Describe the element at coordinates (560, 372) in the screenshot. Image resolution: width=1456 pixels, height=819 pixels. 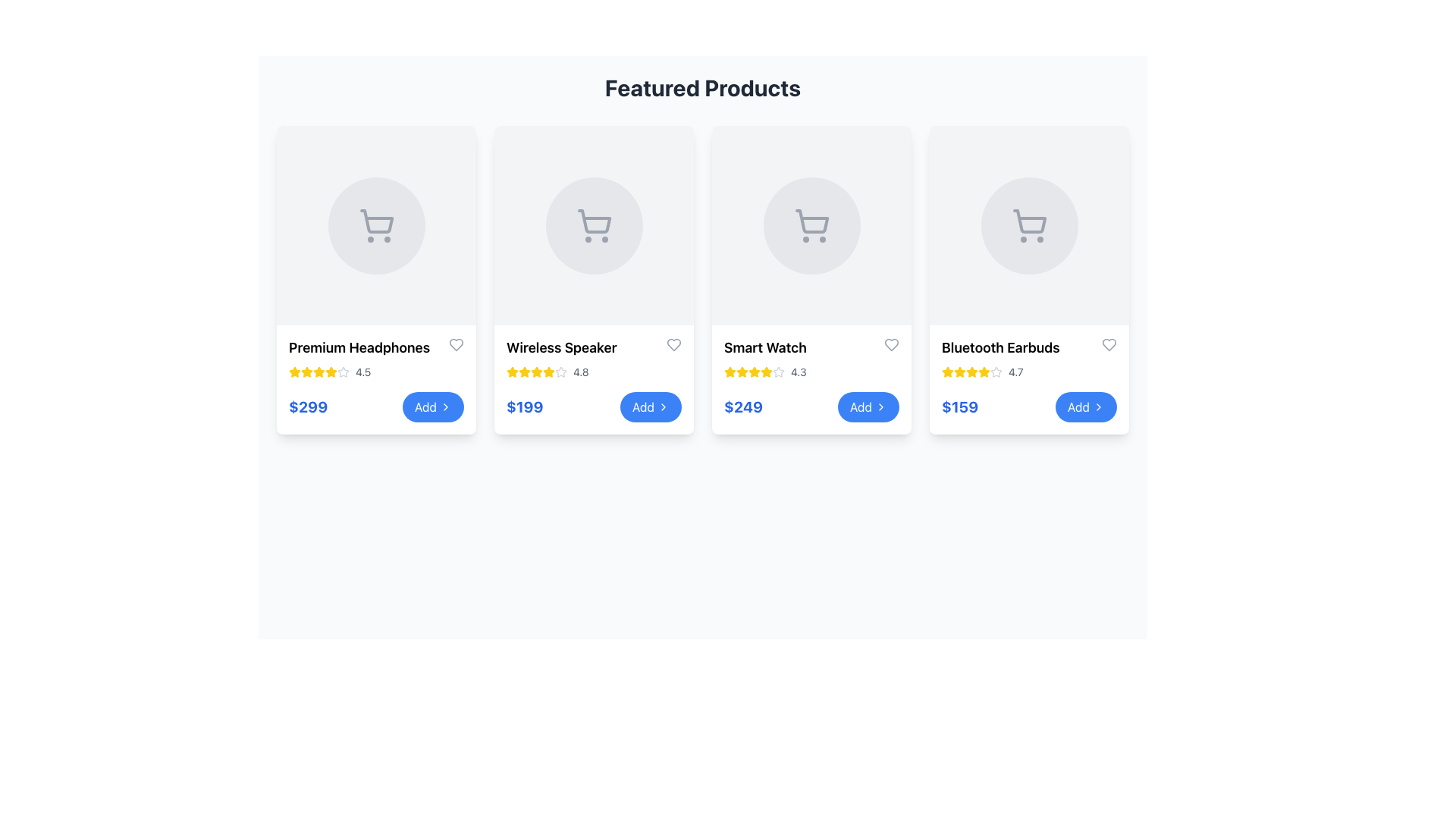
I see `the last gray outlined star icon representing the inactive state in the rating system for the 'Wireless Speaker' product card` at that location.